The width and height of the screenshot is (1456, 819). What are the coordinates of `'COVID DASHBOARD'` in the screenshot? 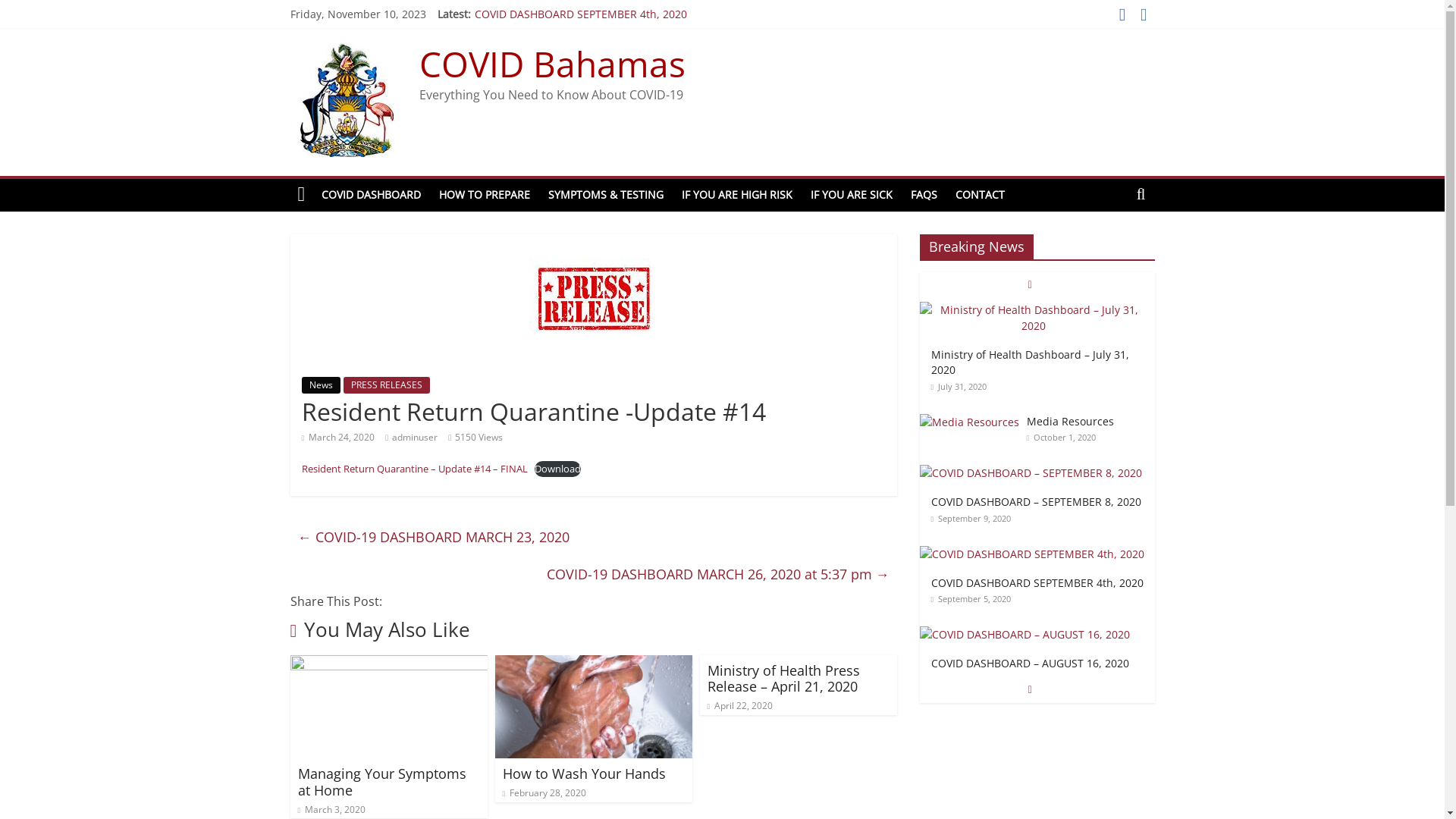 It's located at (371, 194).